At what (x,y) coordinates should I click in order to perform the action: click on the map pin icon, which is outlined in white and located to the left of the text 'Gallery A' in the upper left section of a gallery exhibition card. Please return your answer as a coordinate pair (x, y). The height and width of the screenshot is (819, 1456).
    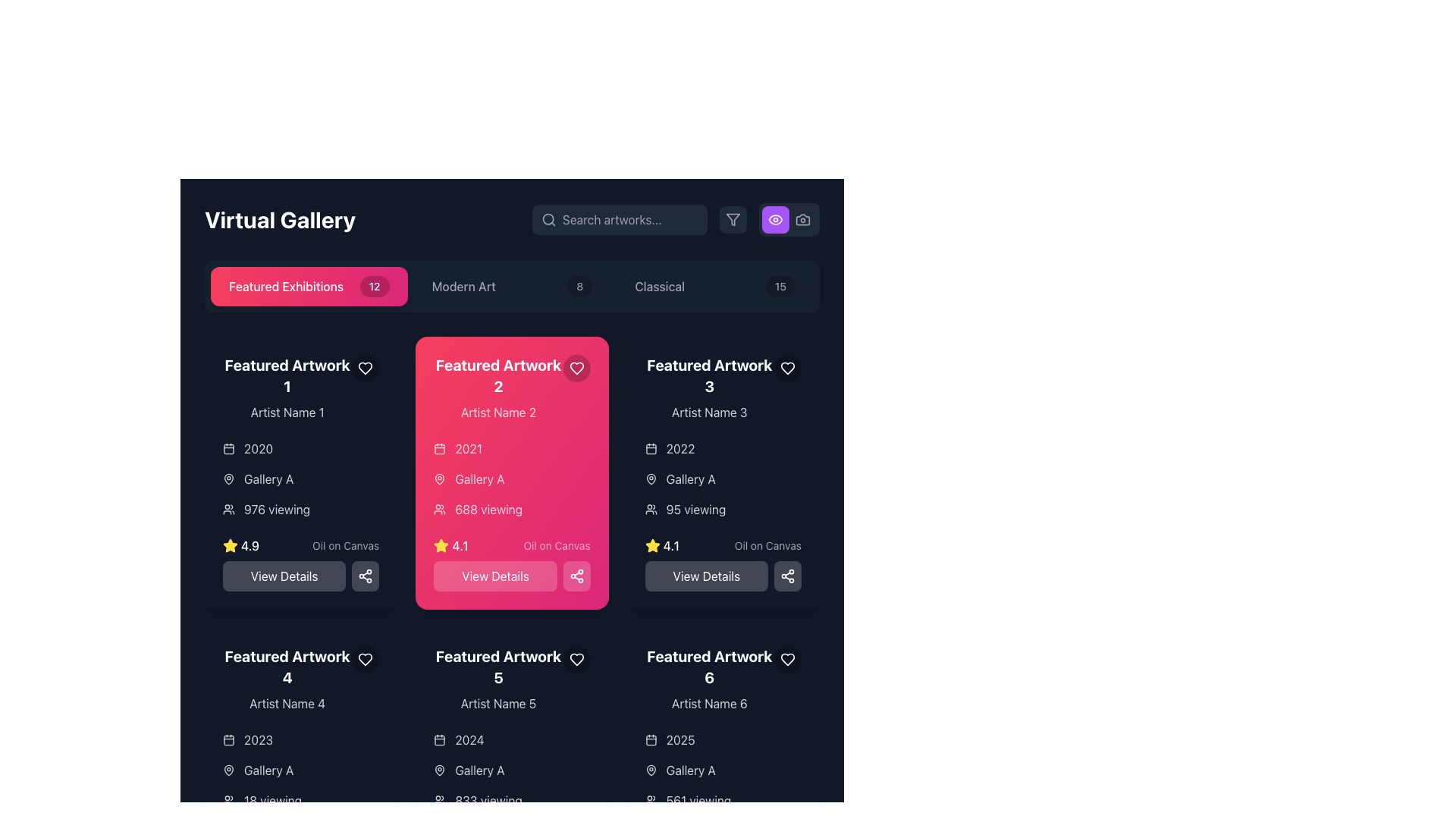
    Looking at the image, I should click on (228, 479).